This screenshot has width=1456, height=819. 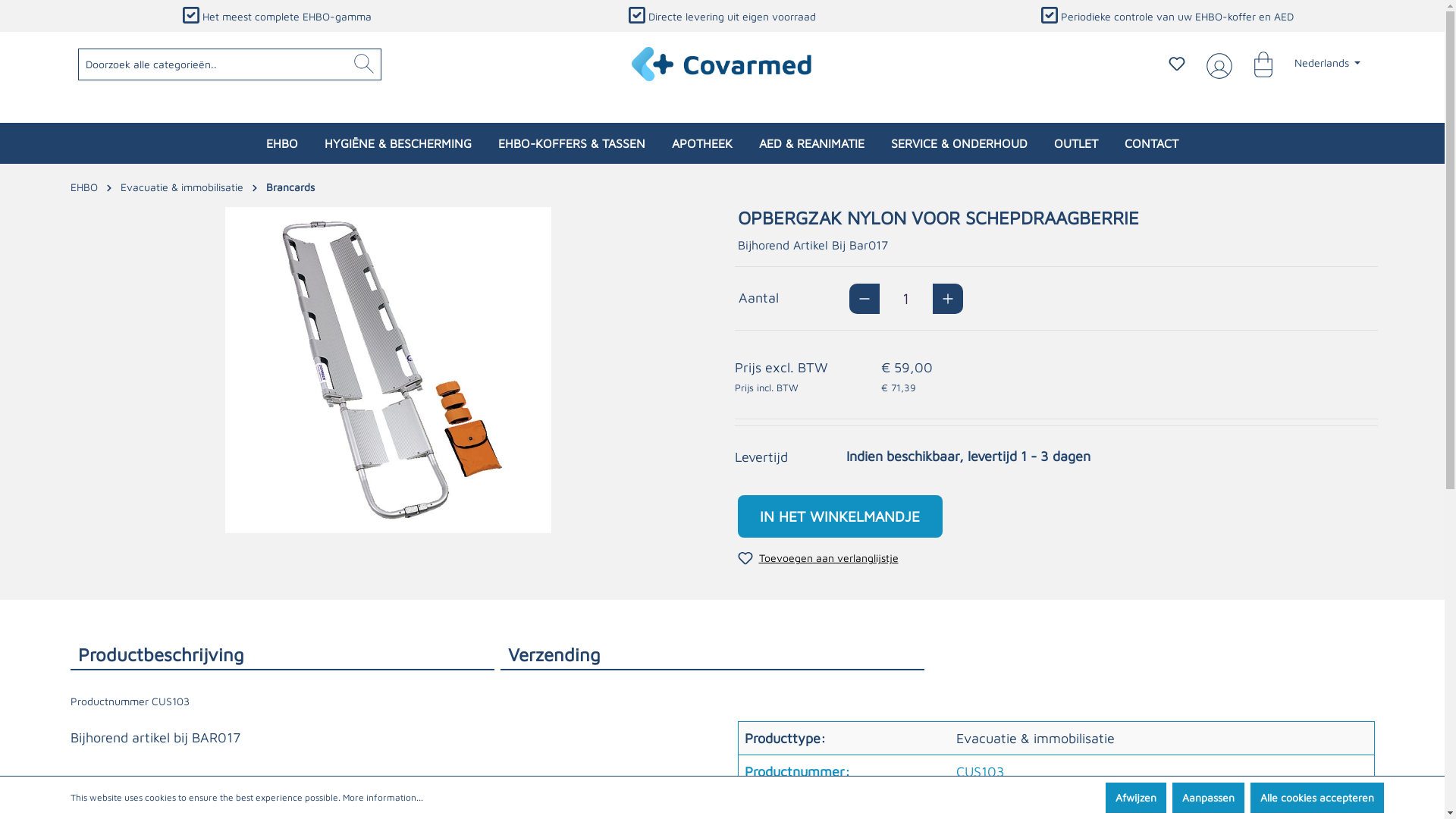 I want to click on 'Alle cookies accepteren', so click(x=1316, y=797).